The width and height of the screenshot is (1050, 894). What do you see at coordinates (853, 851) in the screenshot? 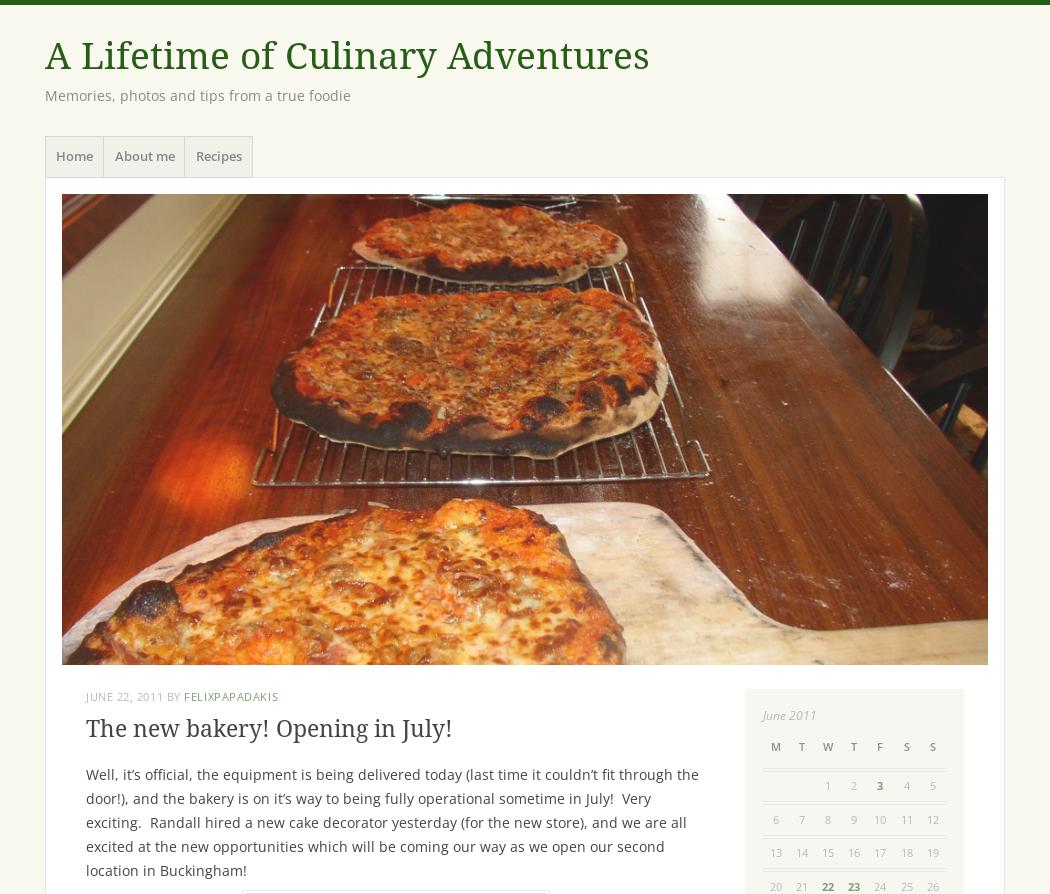
I see `'16'` at bounding box center [853, 851].